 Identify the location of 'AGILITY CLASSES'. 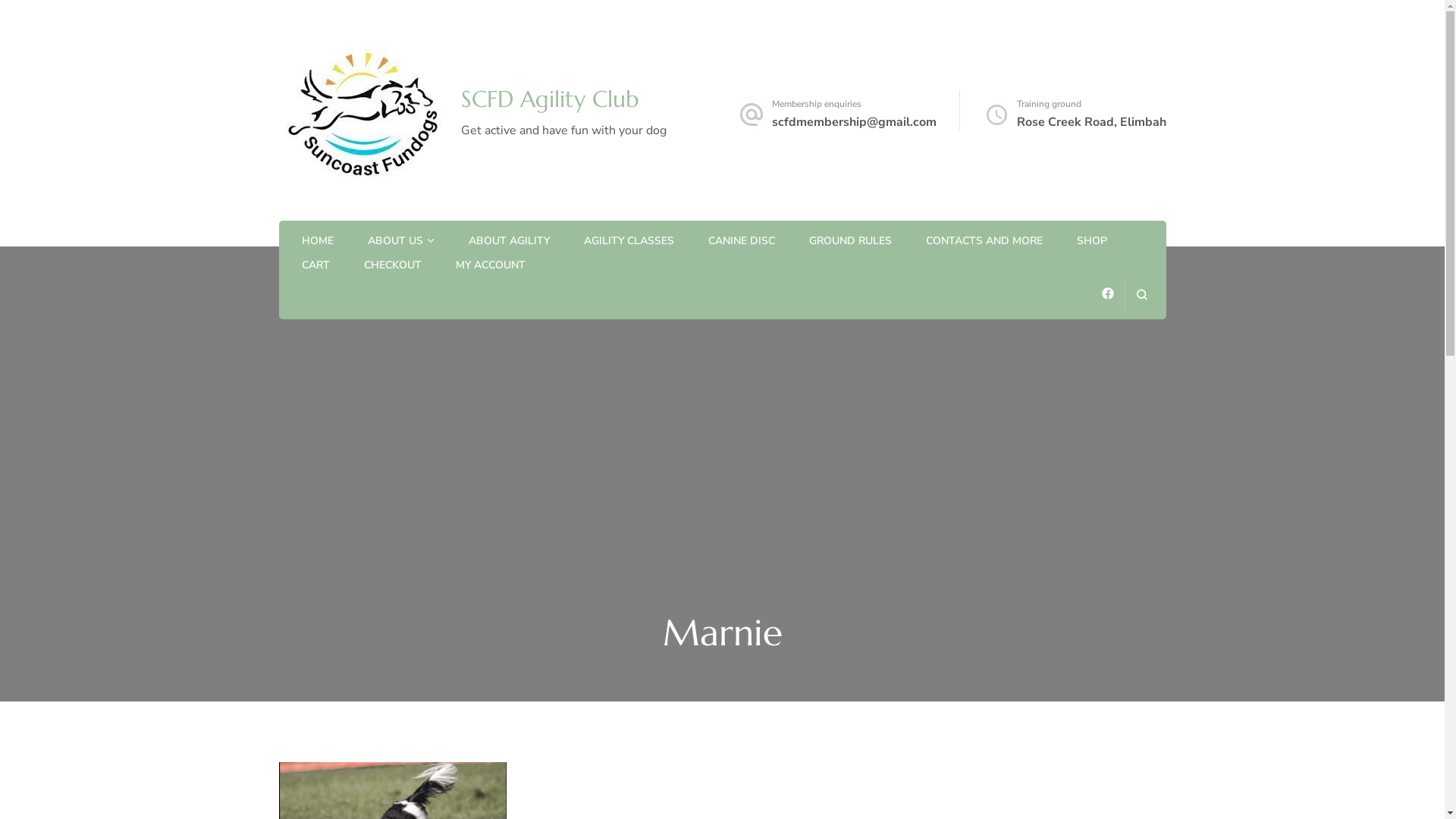
(629, 241).